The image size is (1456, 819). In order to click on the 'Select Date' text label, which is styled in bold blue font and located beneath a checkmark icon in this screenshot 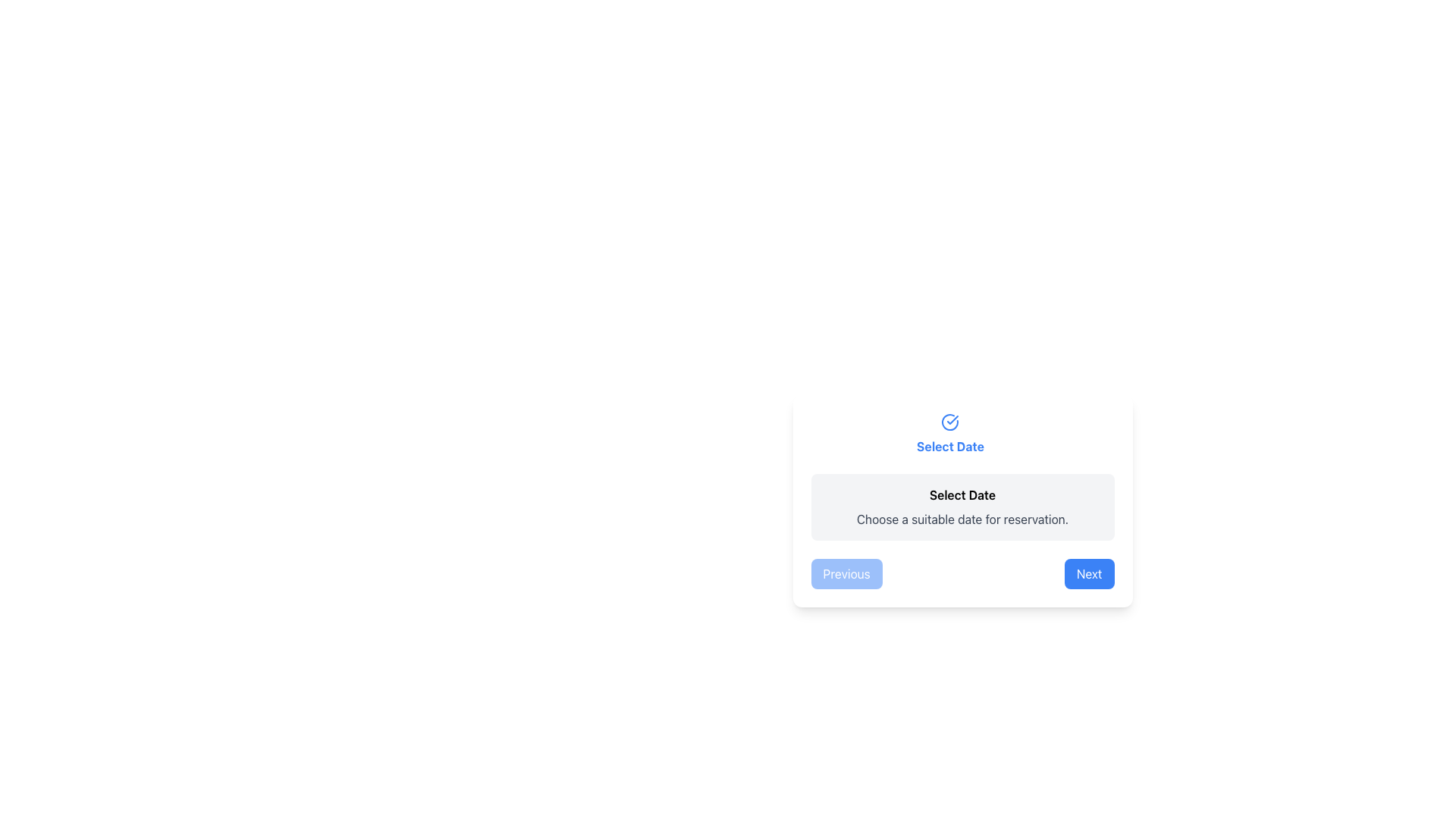, I will do `click(949, 435)`.